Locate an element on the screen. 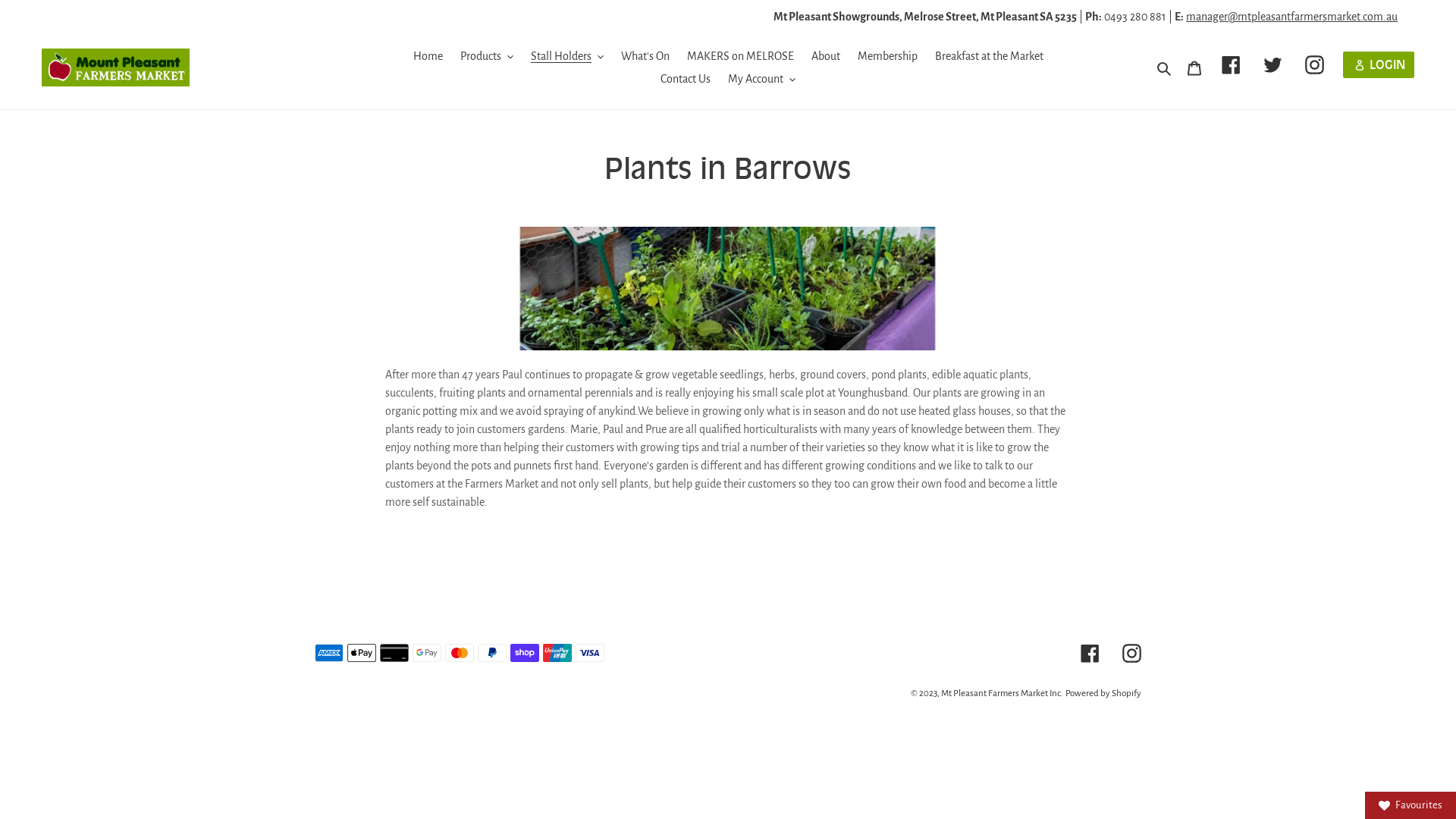 The height and width of the screenshot is (819, 1456). 'Contact Us' is located at coordinates (684, 79).